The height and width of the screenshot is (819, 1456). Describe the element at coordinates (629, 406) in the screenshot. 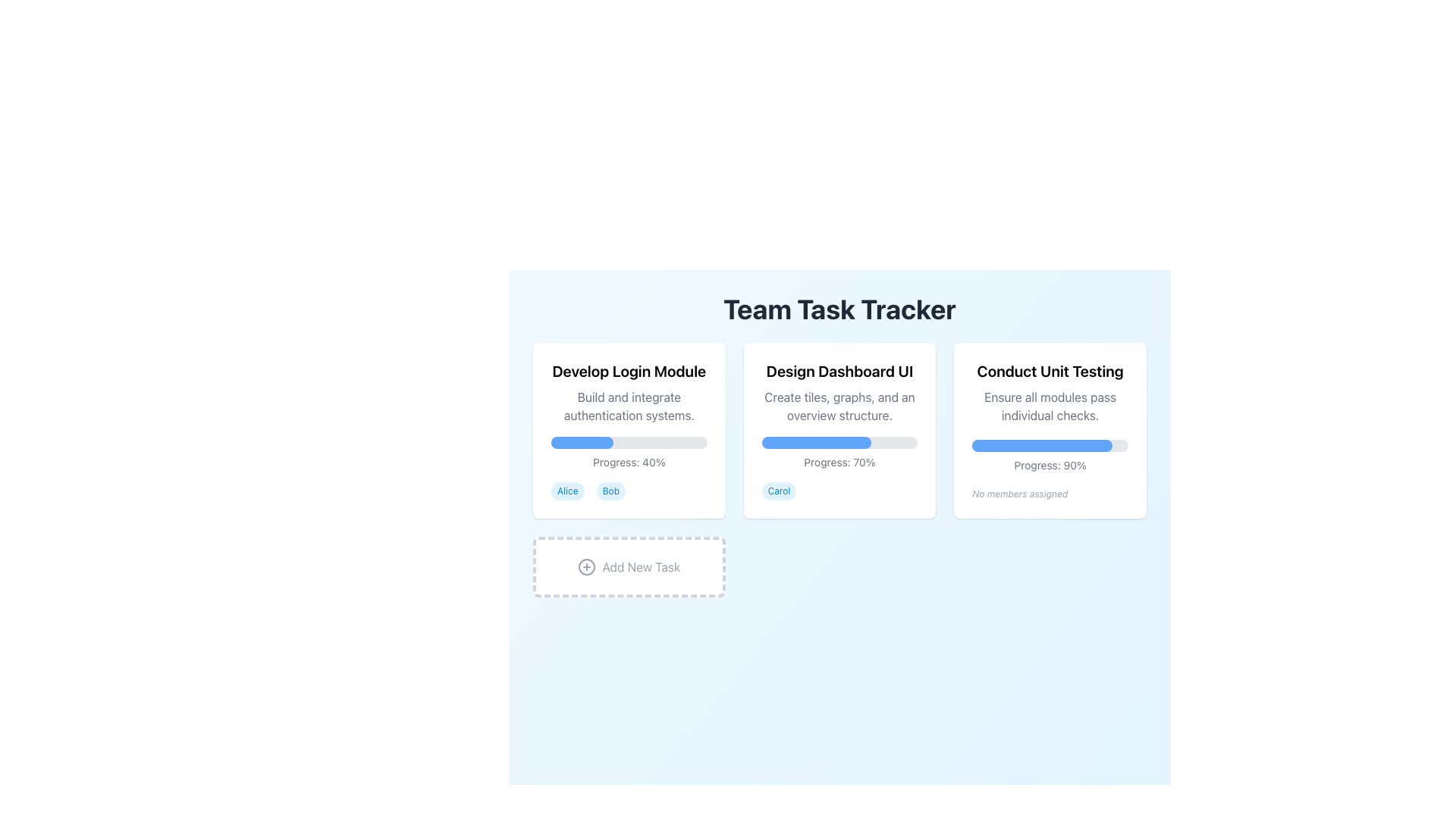

I see `the text label reading 'Build and integrate authentication systems.' located below the title 'Develop Login Module' in the first task card` at that location.